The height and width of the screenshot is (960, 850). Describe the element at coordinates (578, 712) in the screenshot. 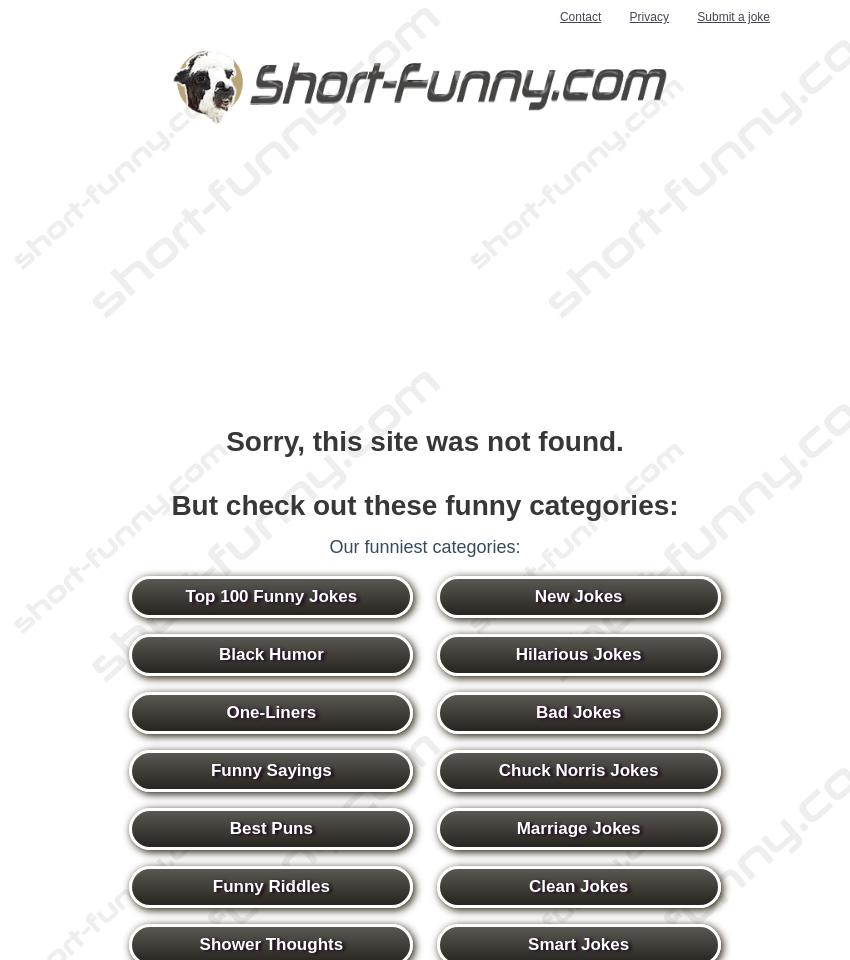

I see `'Bad Jokes'` at that location.